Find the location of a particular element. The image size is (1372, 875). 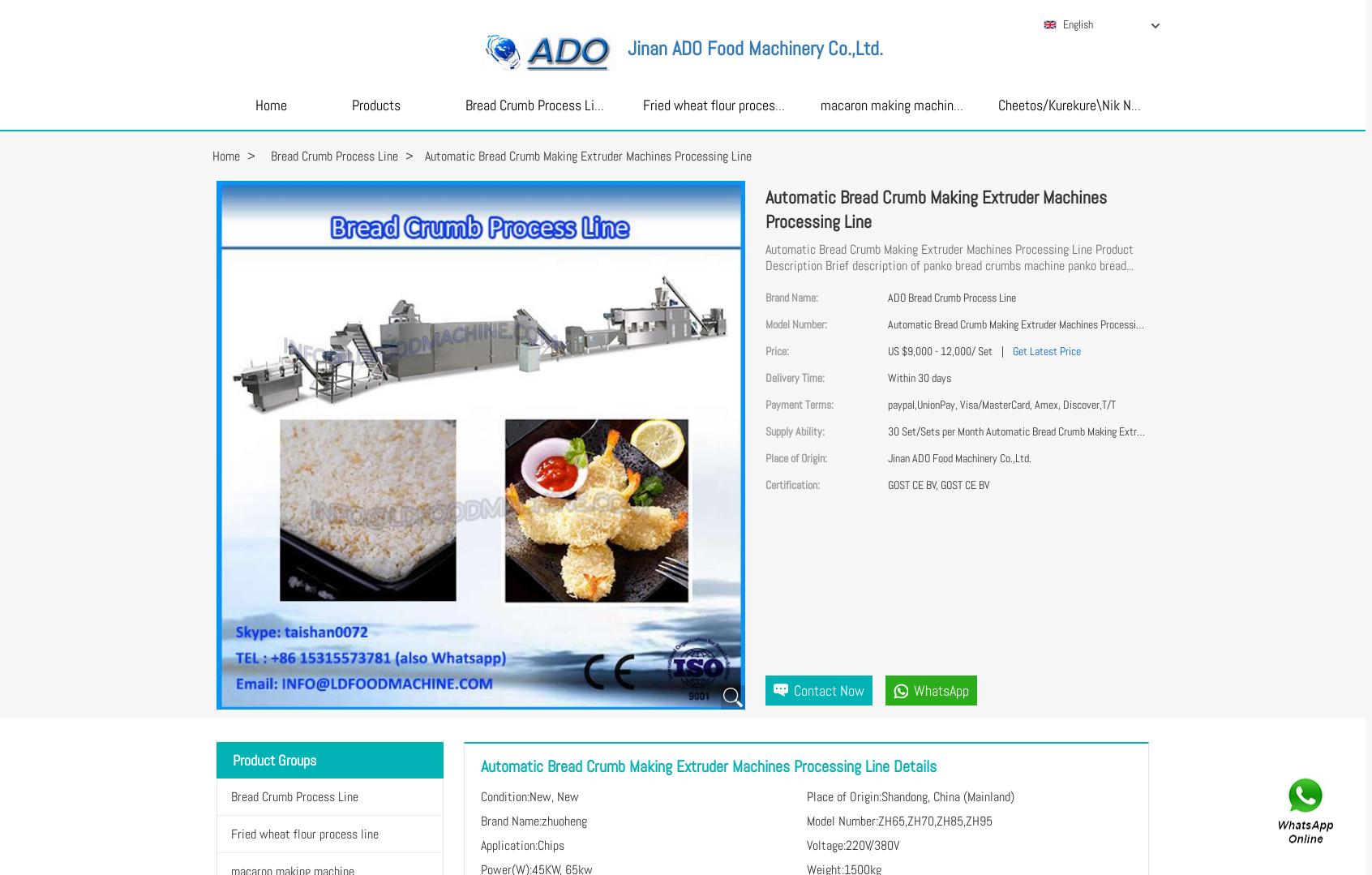

'Brand Name:' is located at coordinates (791, 297).